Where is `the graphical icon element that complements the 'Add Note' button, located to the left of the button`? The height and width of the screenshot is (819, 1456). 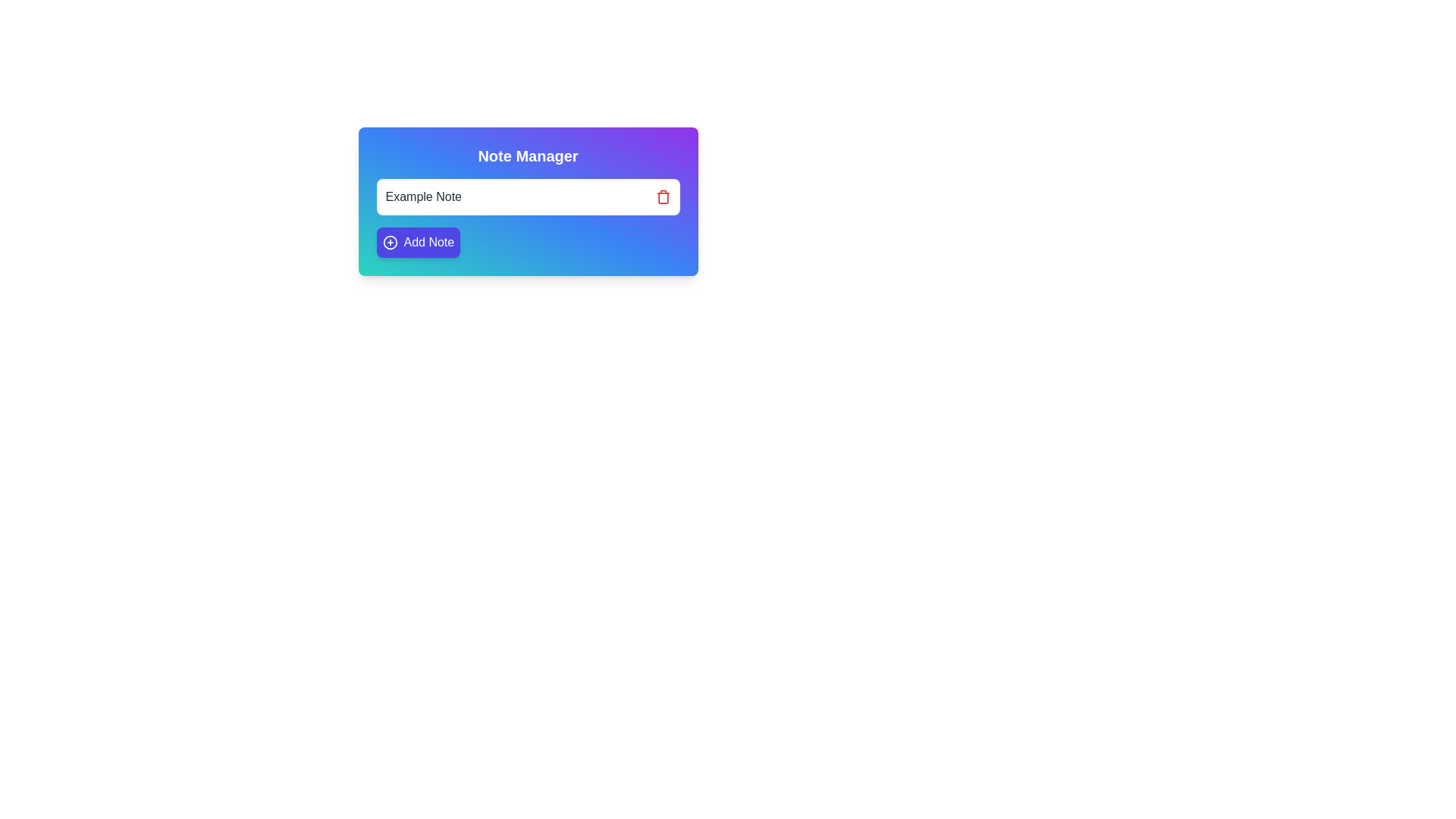 the graphical icon element that complements the 'Add Note' button, located to the left of the button is located at coordinates (390, 242).